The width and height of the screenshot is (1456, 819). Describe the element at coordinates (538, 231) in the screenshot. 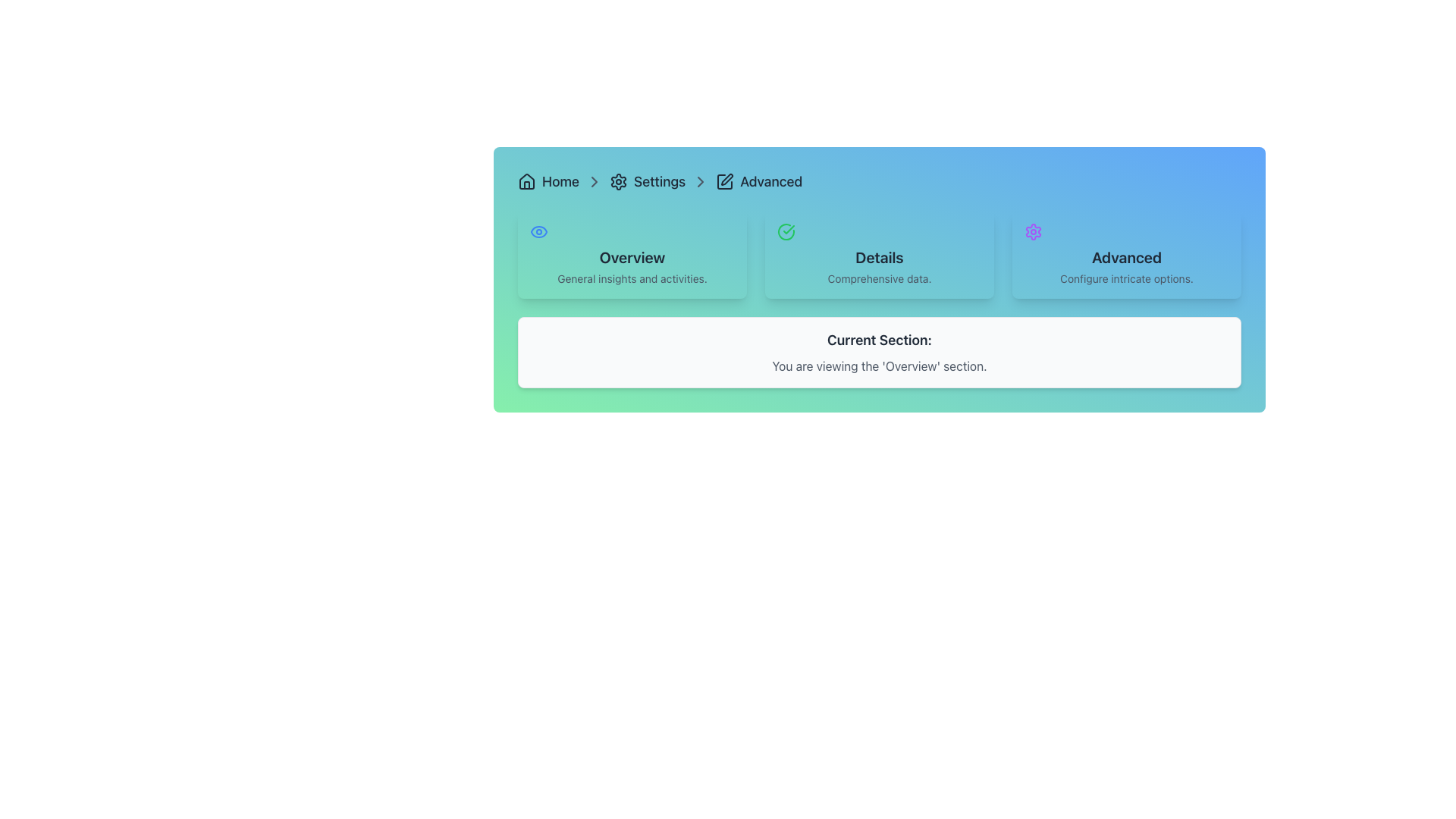

I see `the visibility icon located to the left of the 'Overview' header, which represents viewing options in the UI` at that location.